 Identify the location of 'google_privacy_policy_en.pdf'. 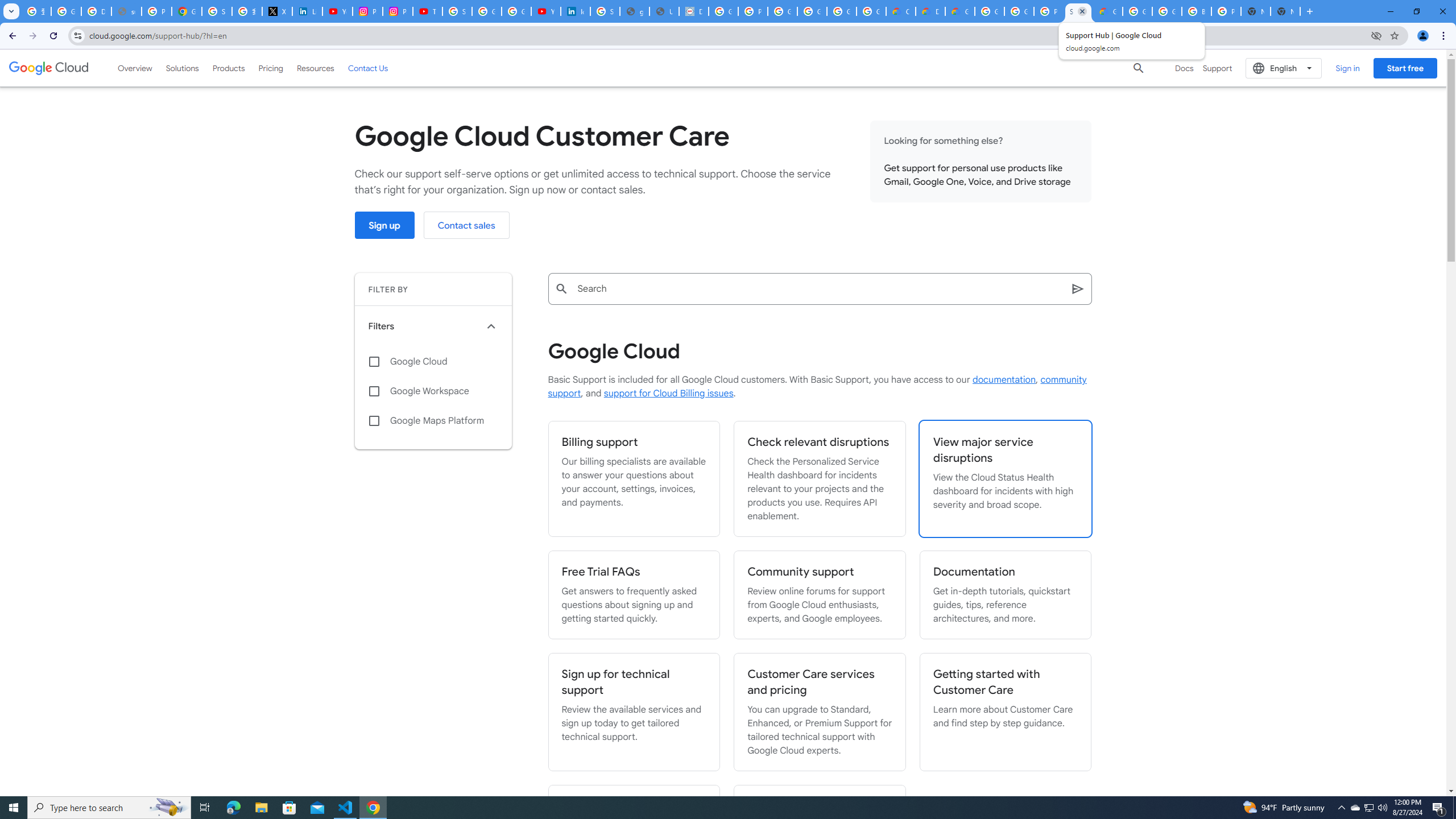
(635, 11).